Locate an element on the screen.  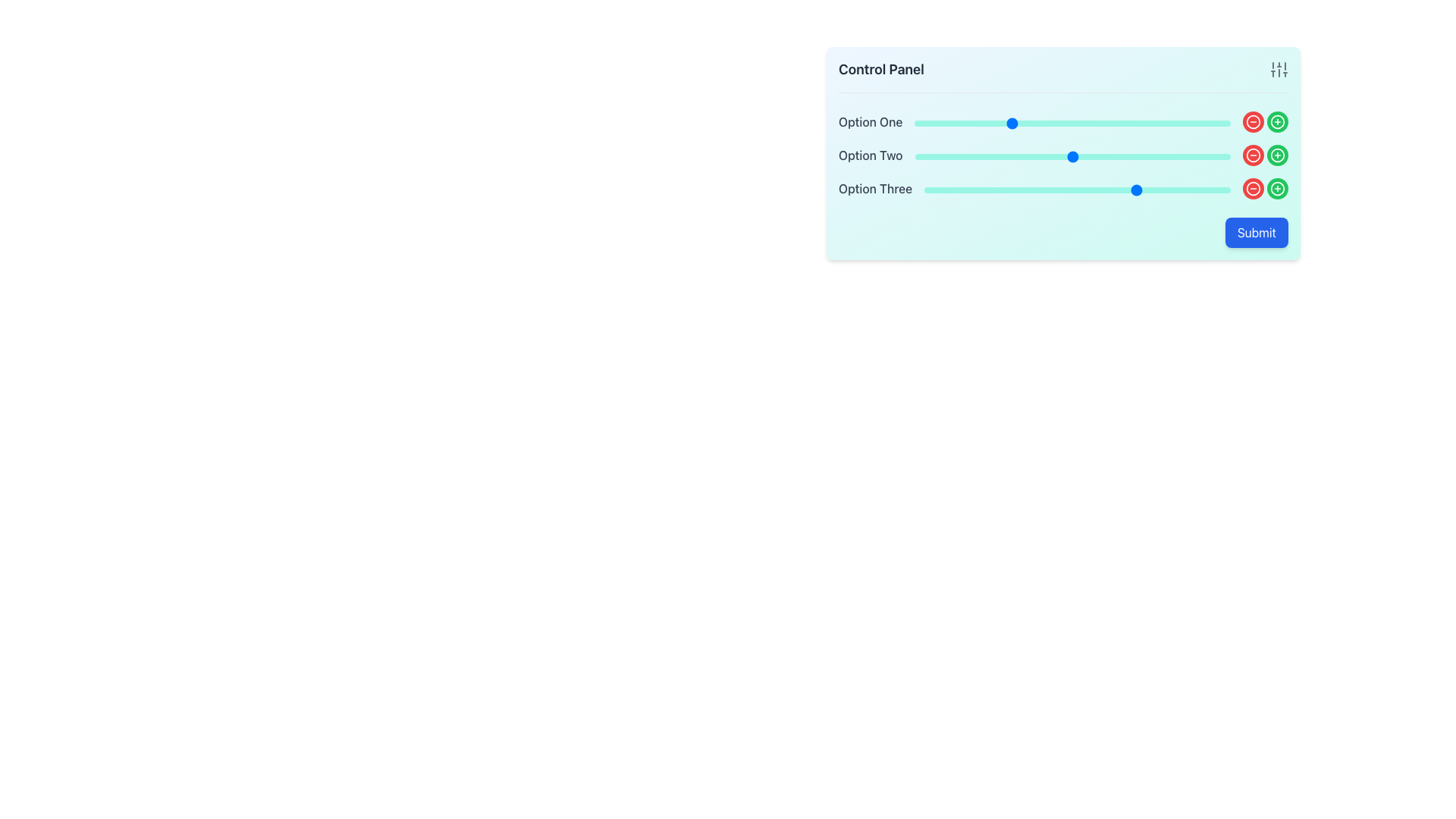
the right button in the Button Group associated with 'Option Two' to increase the value is located at coordinates (1266, 155).